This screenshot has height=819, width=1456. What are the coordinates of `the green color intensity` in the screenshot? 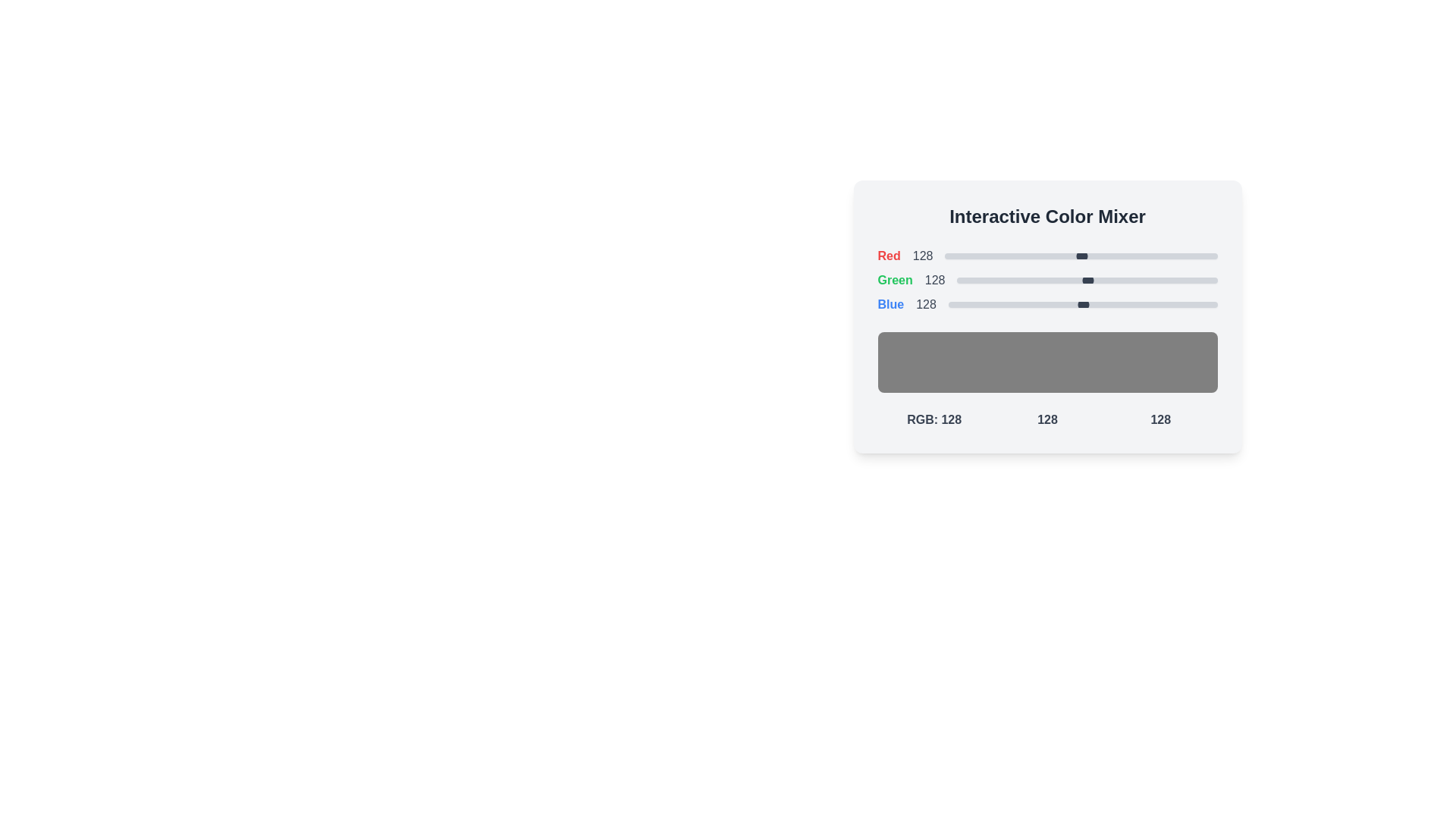 It's located at (1047, 281).